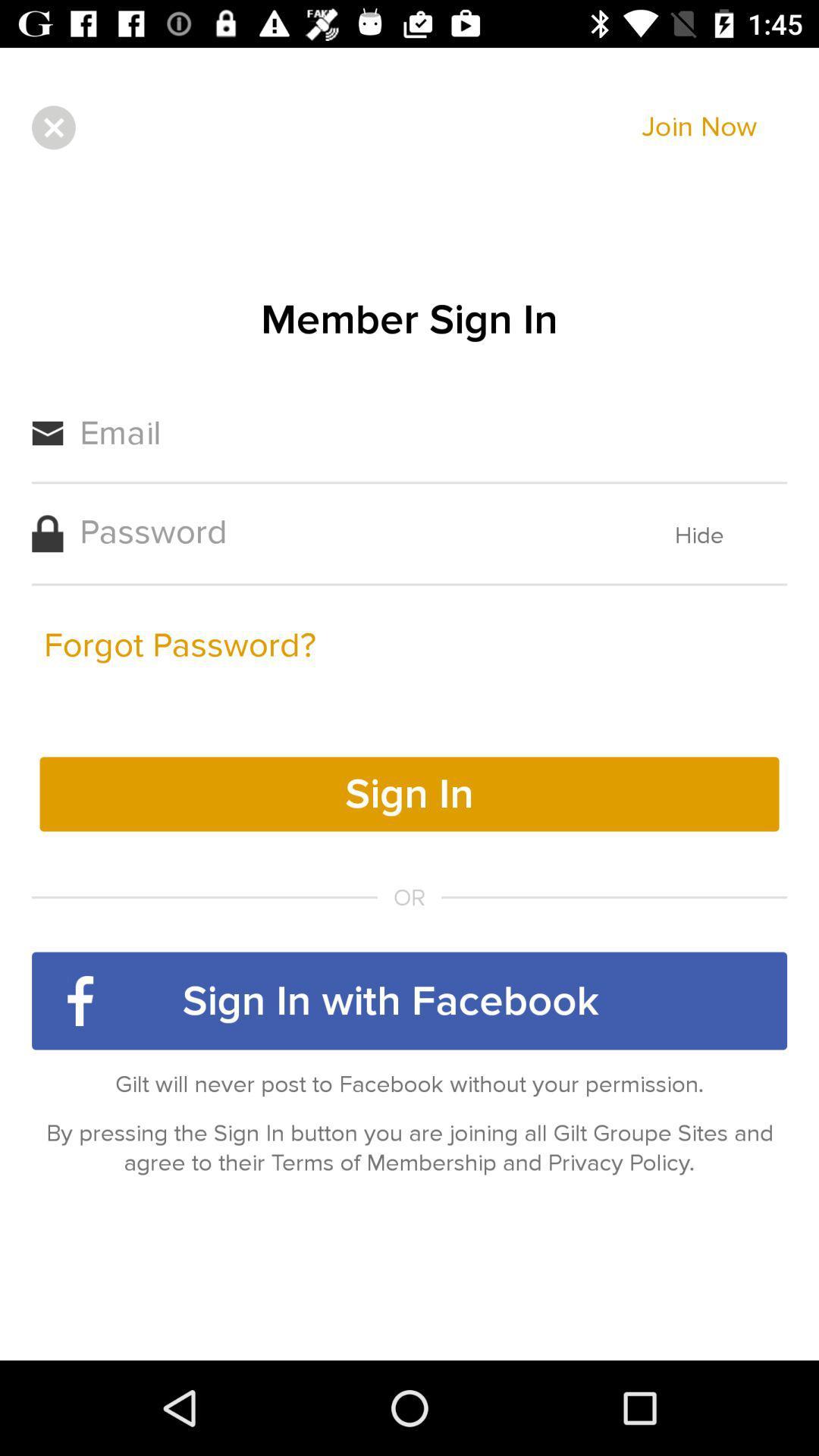 This screenshot has width=819, height=1456. I want to click on the forgot password? icon, so click(179, 645).